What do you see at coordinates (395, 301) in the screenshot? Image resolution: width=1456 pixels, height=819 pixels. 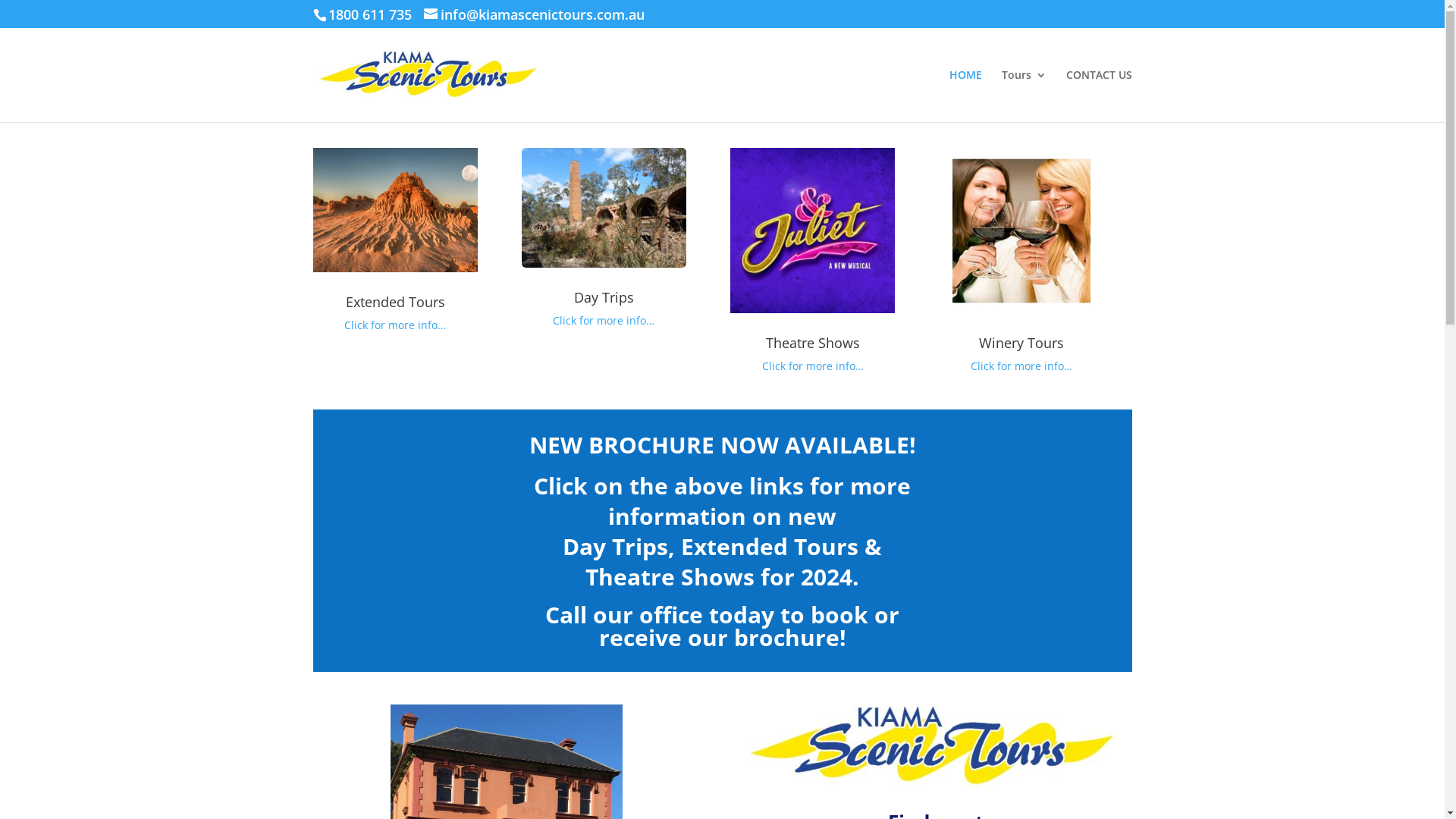 I see `'Extended Tours'` at bounding box center [395, 301].